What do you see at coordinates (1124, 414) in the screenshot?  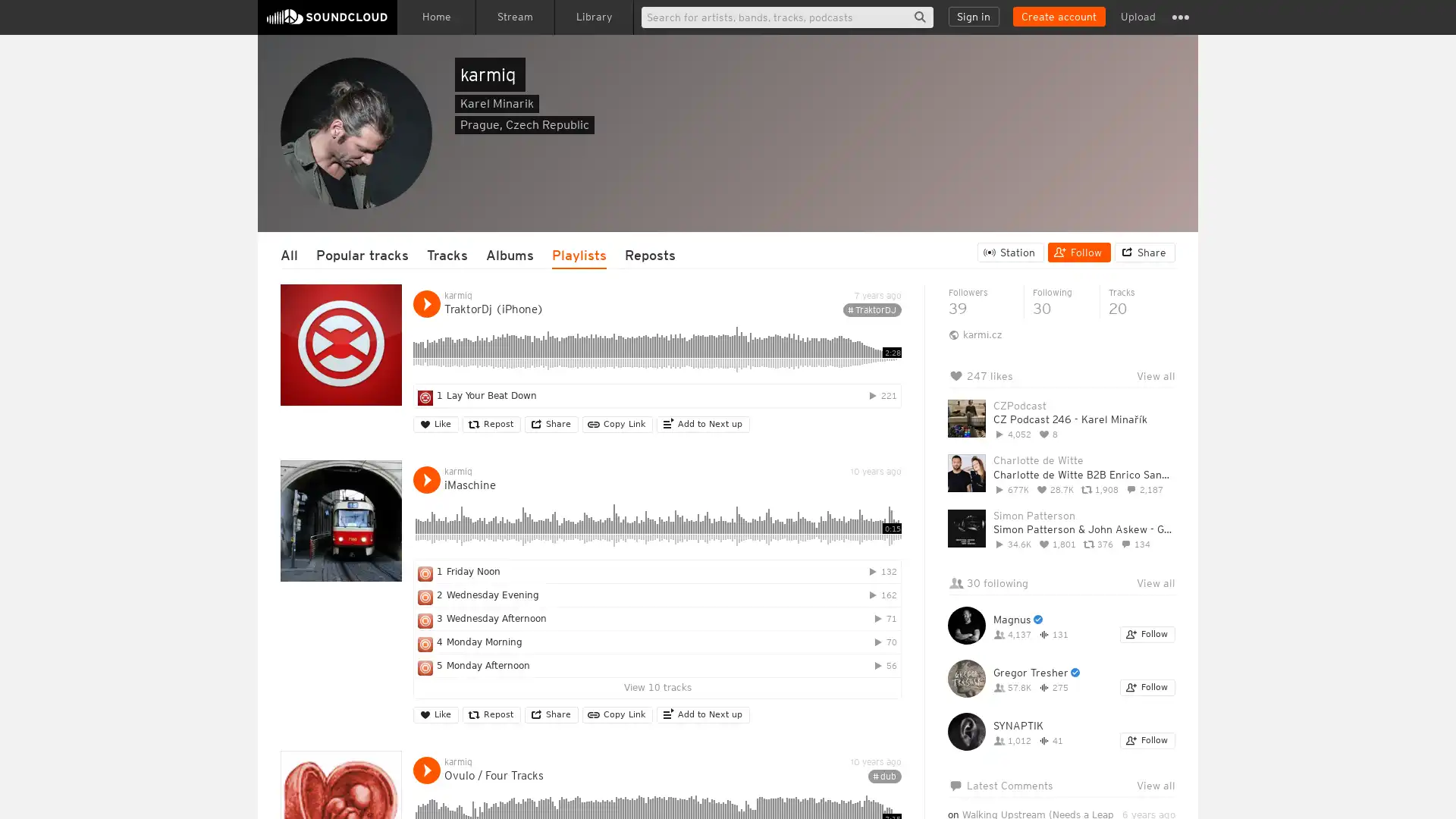 I see `Clear` at bounding box center [1124, 414].